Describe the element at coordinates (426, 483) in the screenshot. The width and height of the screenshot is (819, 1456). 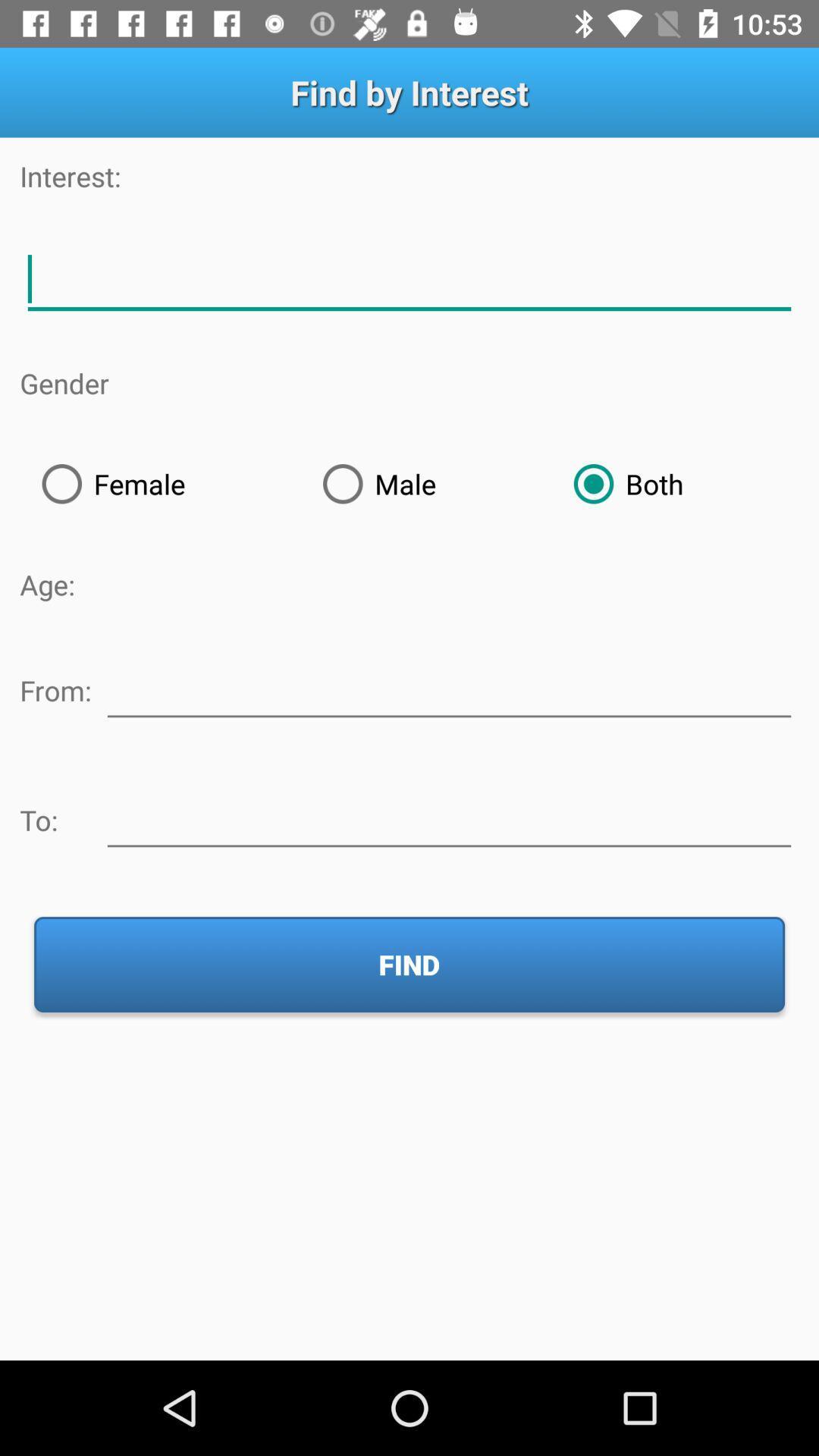
I see `the radio button to the right of the female icon` at that location.